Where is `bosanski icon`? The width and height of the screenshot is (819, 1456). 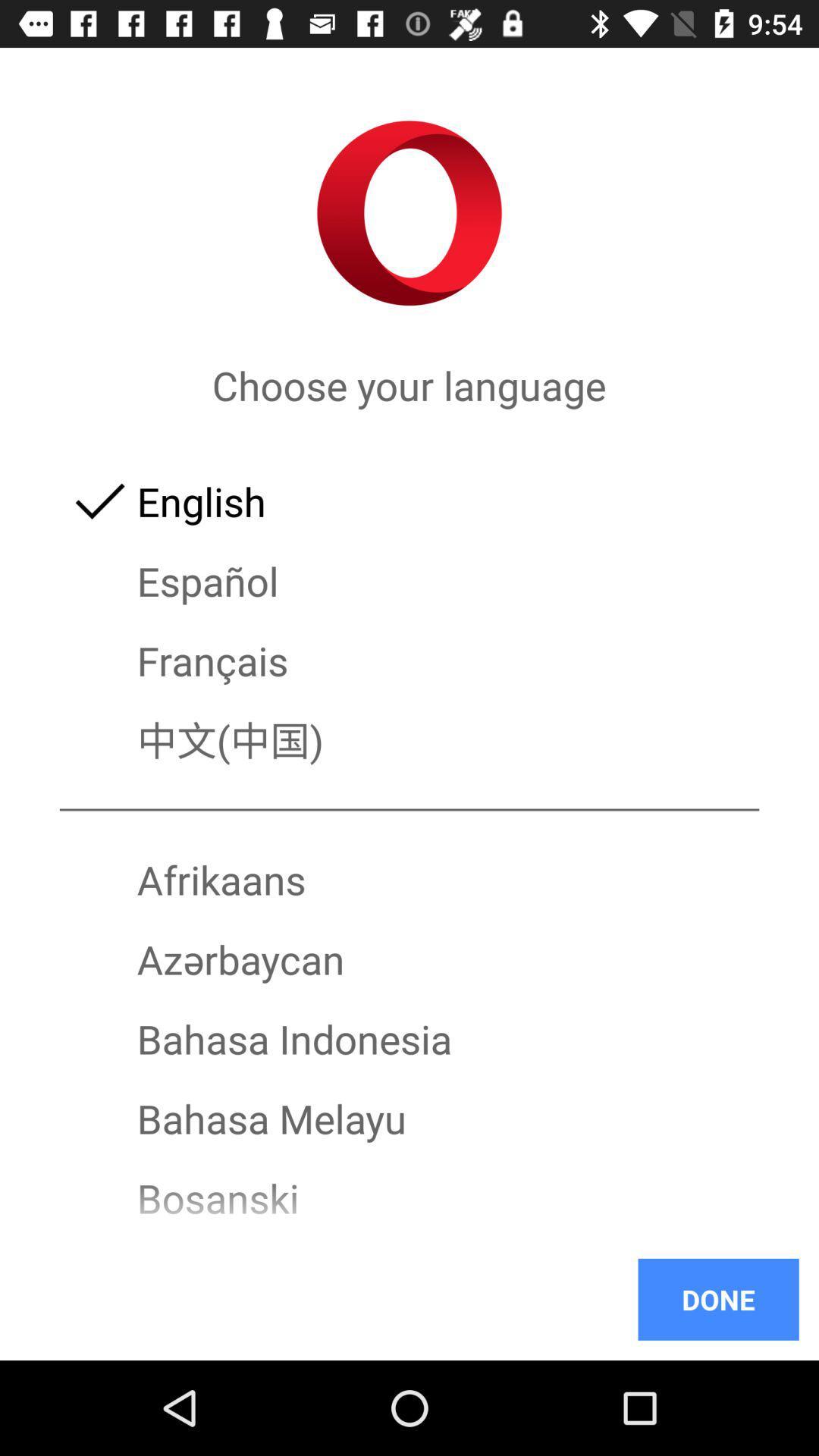 bosanski icon is located at coordinates (409, 1197).